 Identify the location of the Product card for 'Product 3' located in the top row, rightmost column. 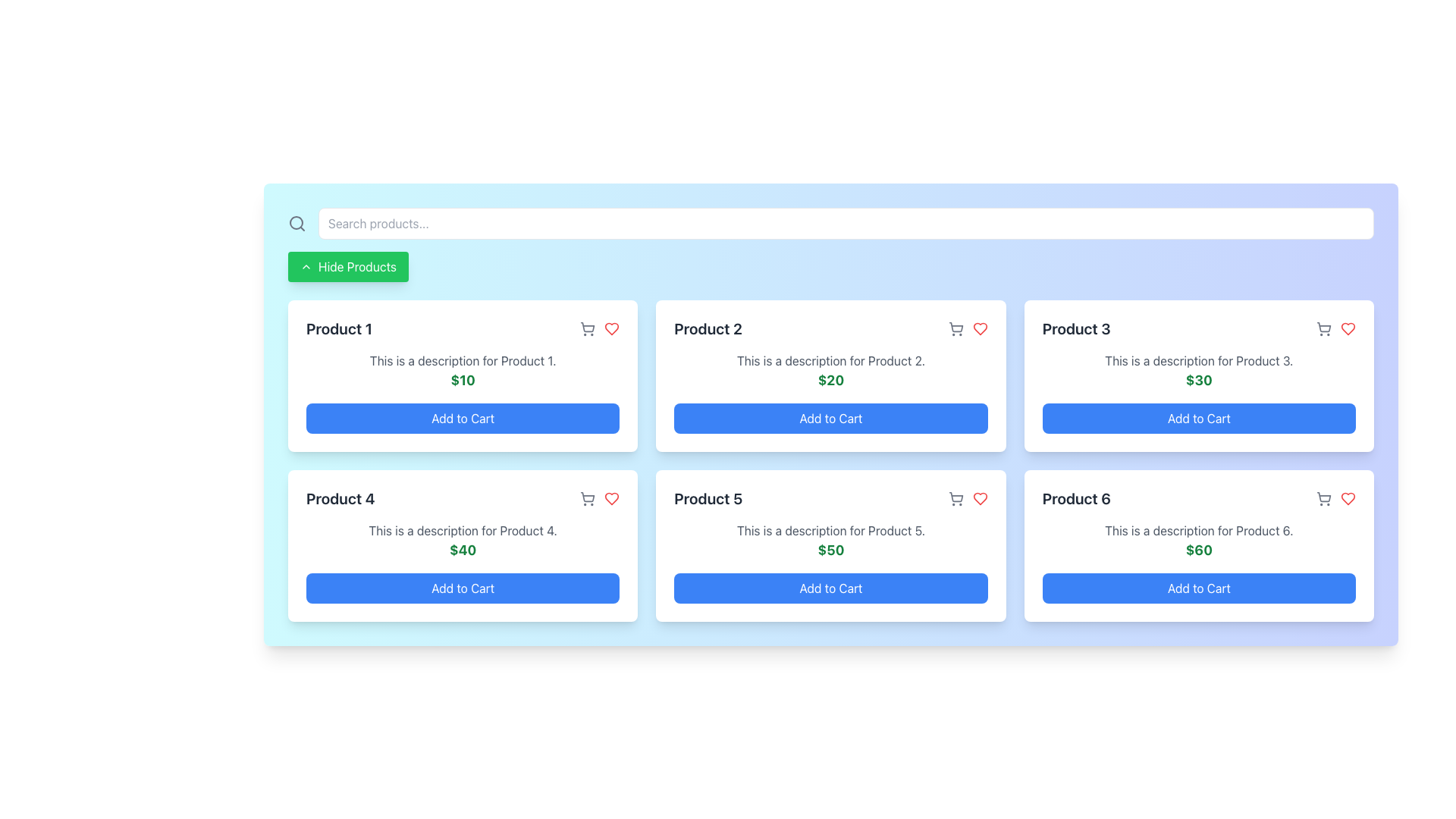
(1198, 375).